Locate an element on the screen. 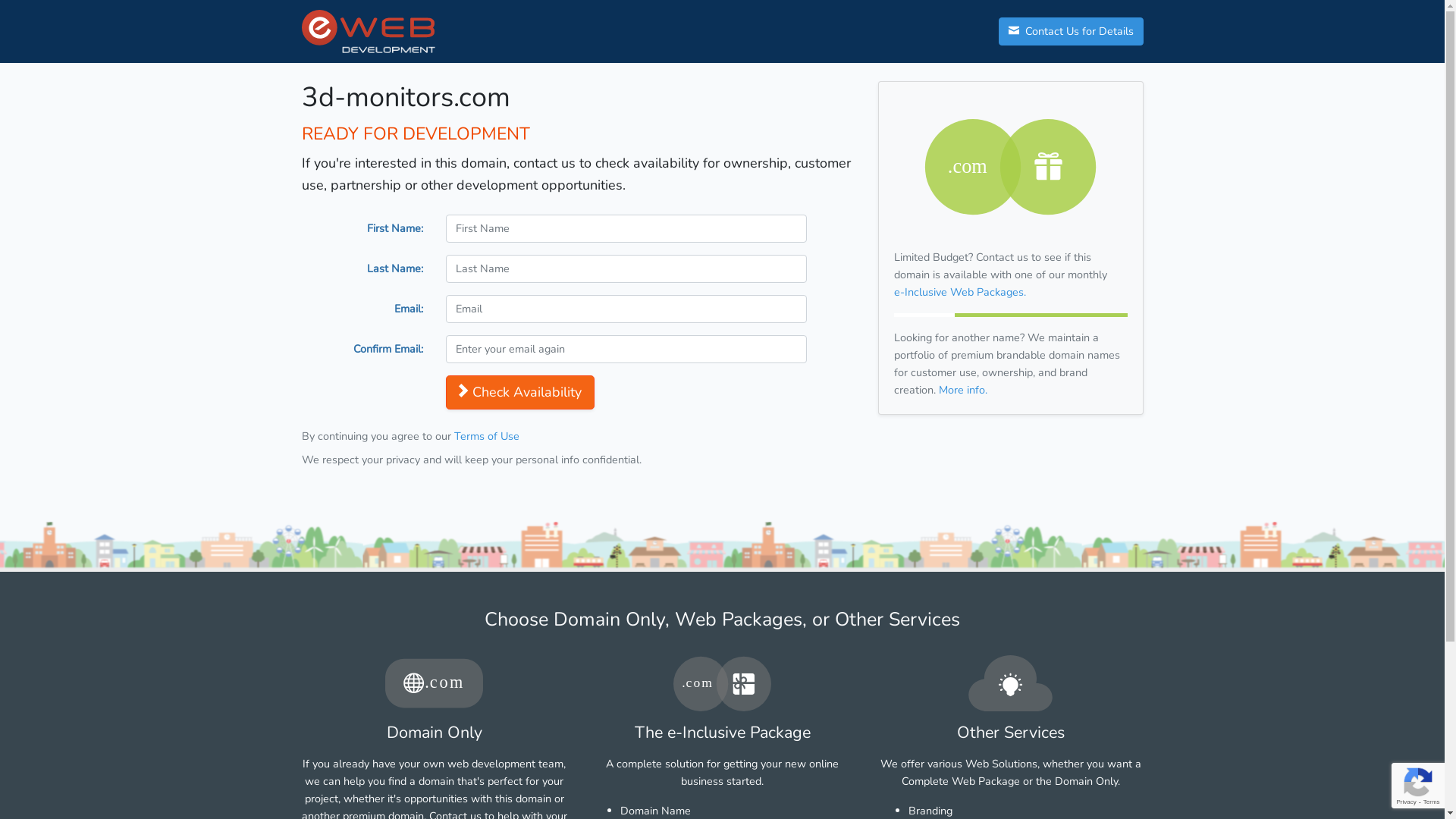  'Contact Us for Details' is located at coordinates (997, 31).